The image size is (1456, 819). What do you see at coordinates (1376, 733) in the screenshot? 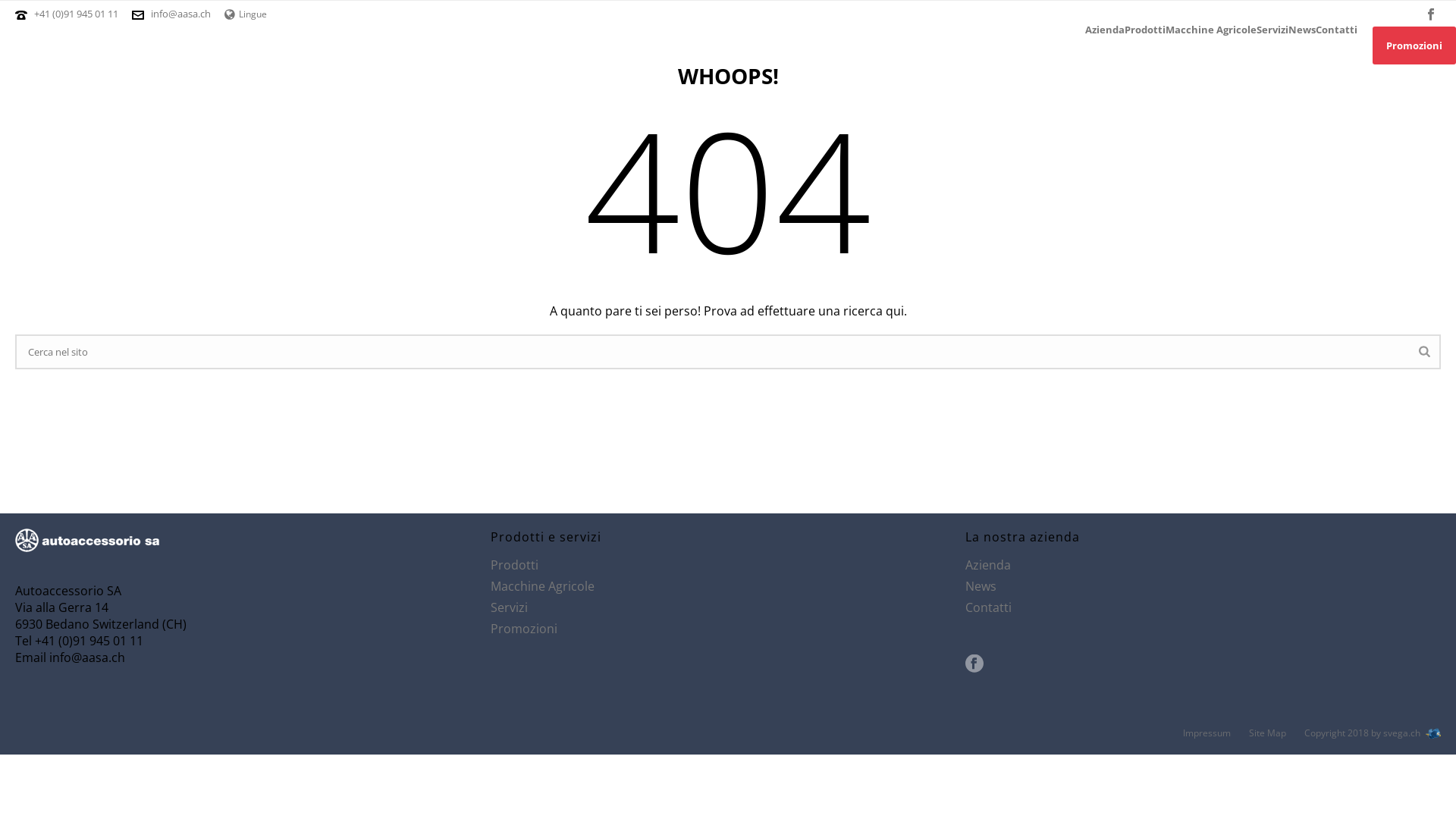
I see `'Copyright 2018 by svega.ch'` at bounding box center [1376, 733].